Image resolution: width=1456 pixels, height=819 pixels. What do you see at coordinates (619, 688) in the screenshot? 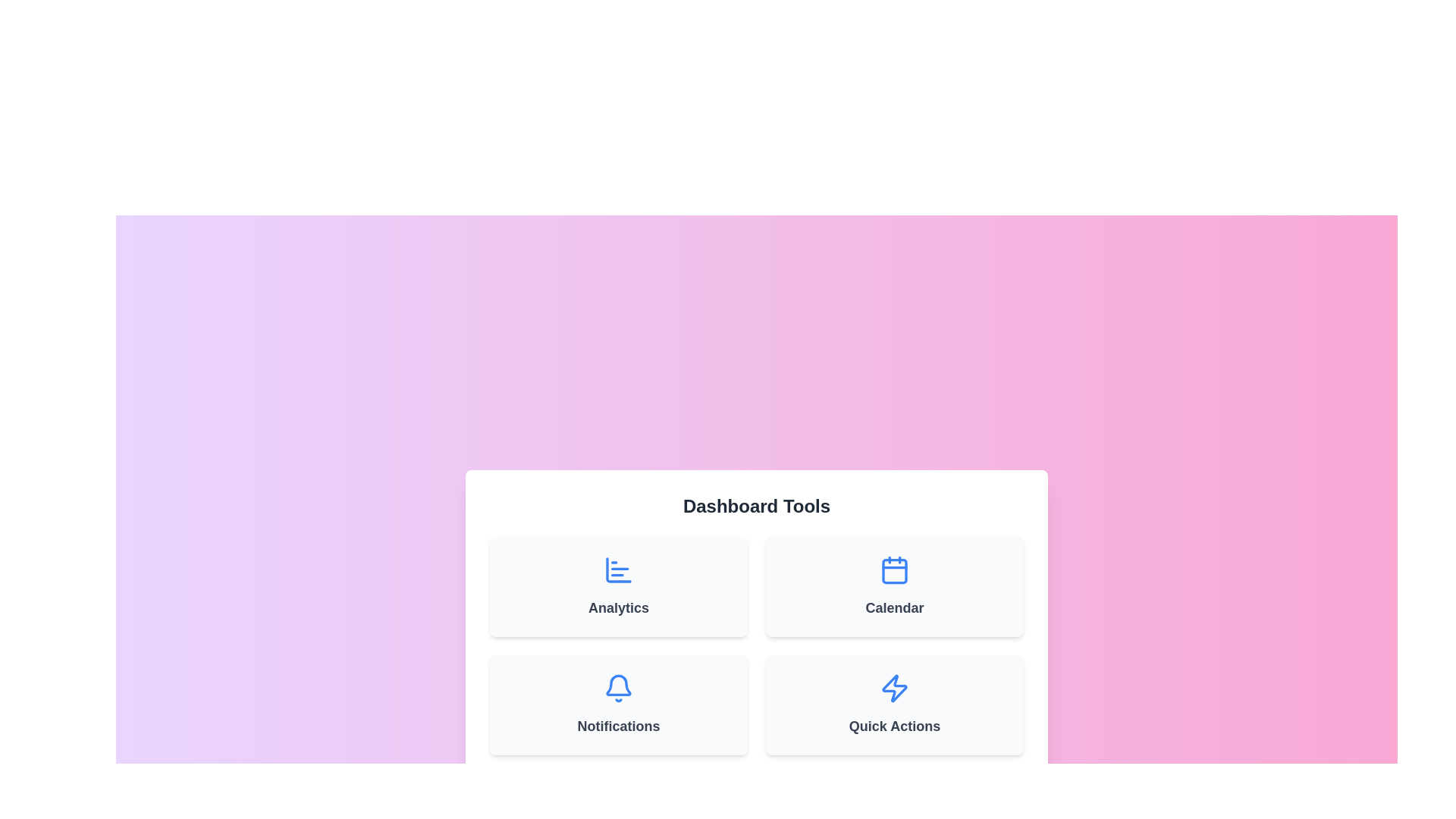
I see `the notifications icon located in the bottom-left card of the 2x2 grid layout under 'Dashboard Tools'` at bounding box center [619, 688].